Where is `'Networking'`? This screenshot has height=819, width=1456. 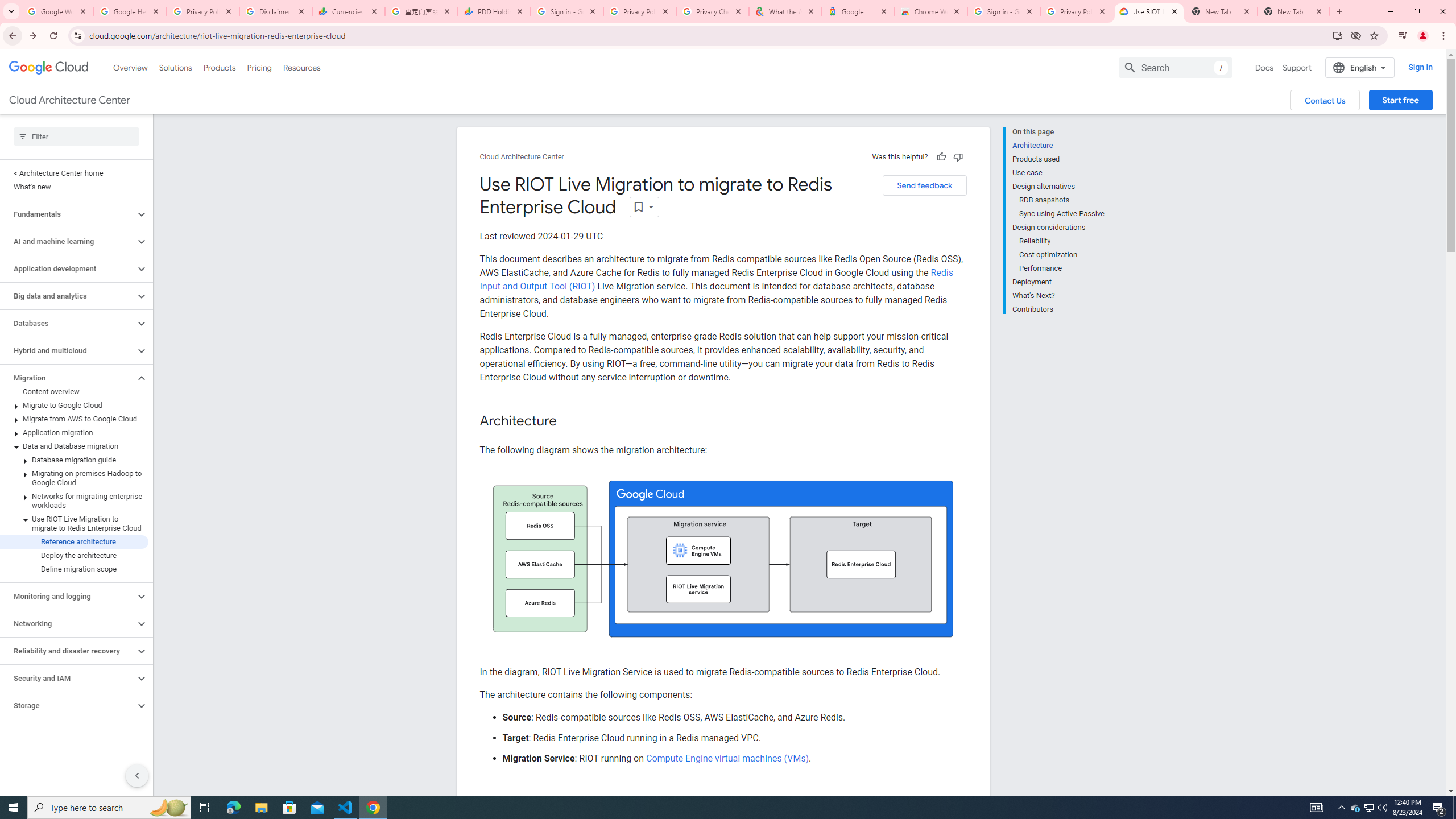 'Networking' is located at coordinates (67, 623).